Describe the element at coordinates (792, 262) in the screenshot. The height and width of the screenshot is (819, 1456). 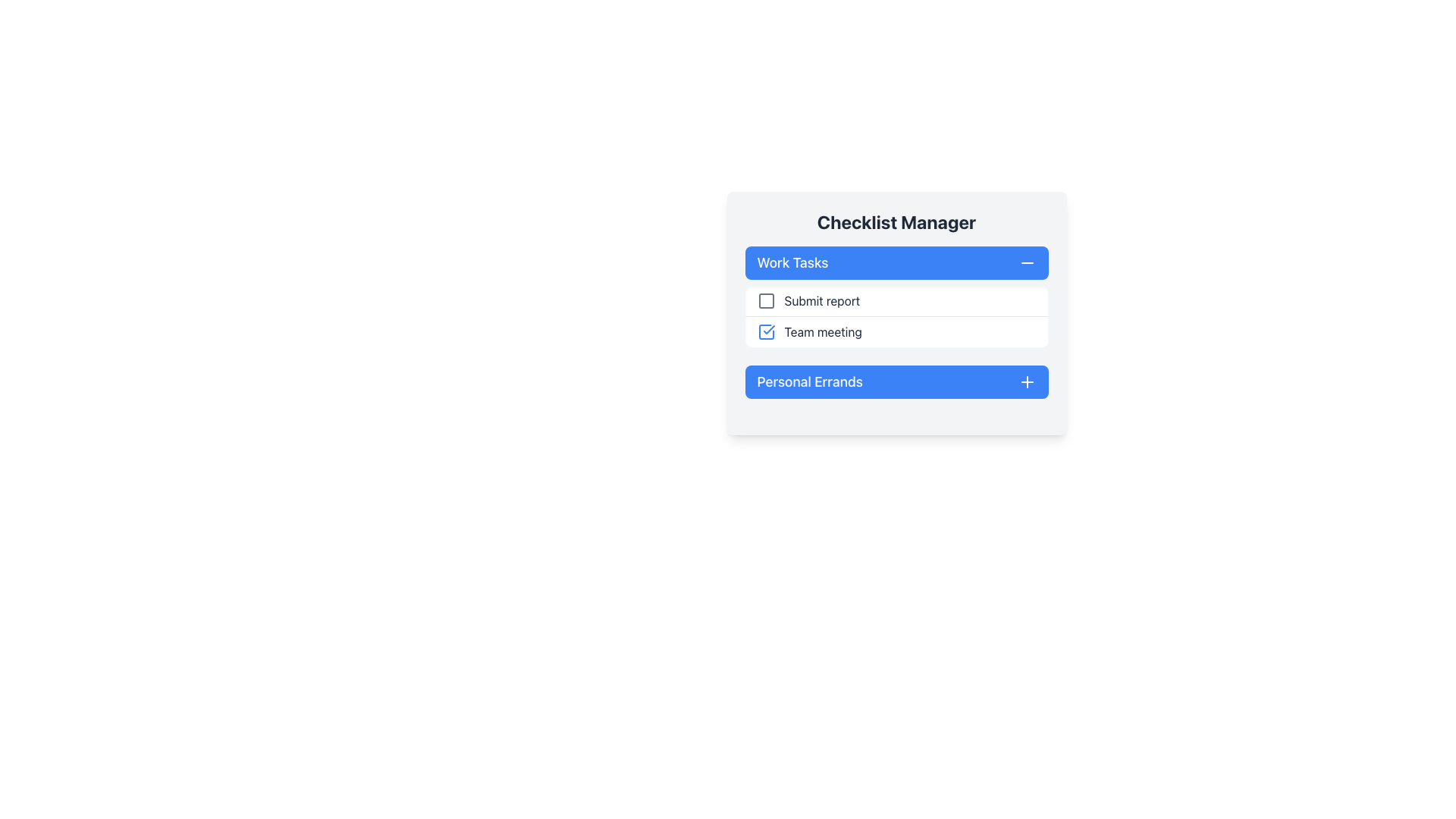
I see `the 'Work Tasks' text label, which is prominently displayed in white on a blue background at the top of the task list interface` at that location.